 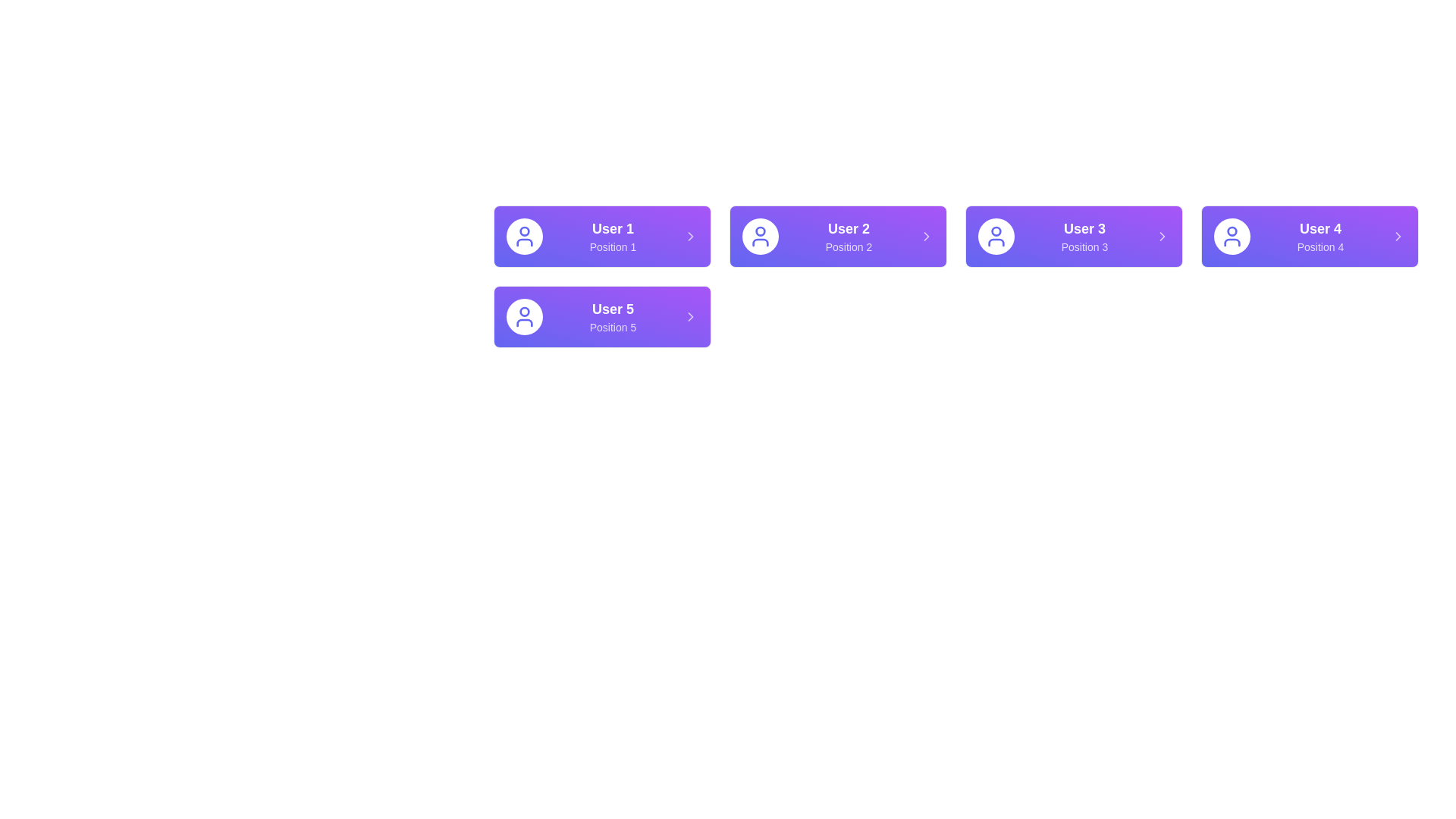 I want to click on the text label providing contextual information beneath the username 'User 2' in the user card layout, so click(x=848, y=246).